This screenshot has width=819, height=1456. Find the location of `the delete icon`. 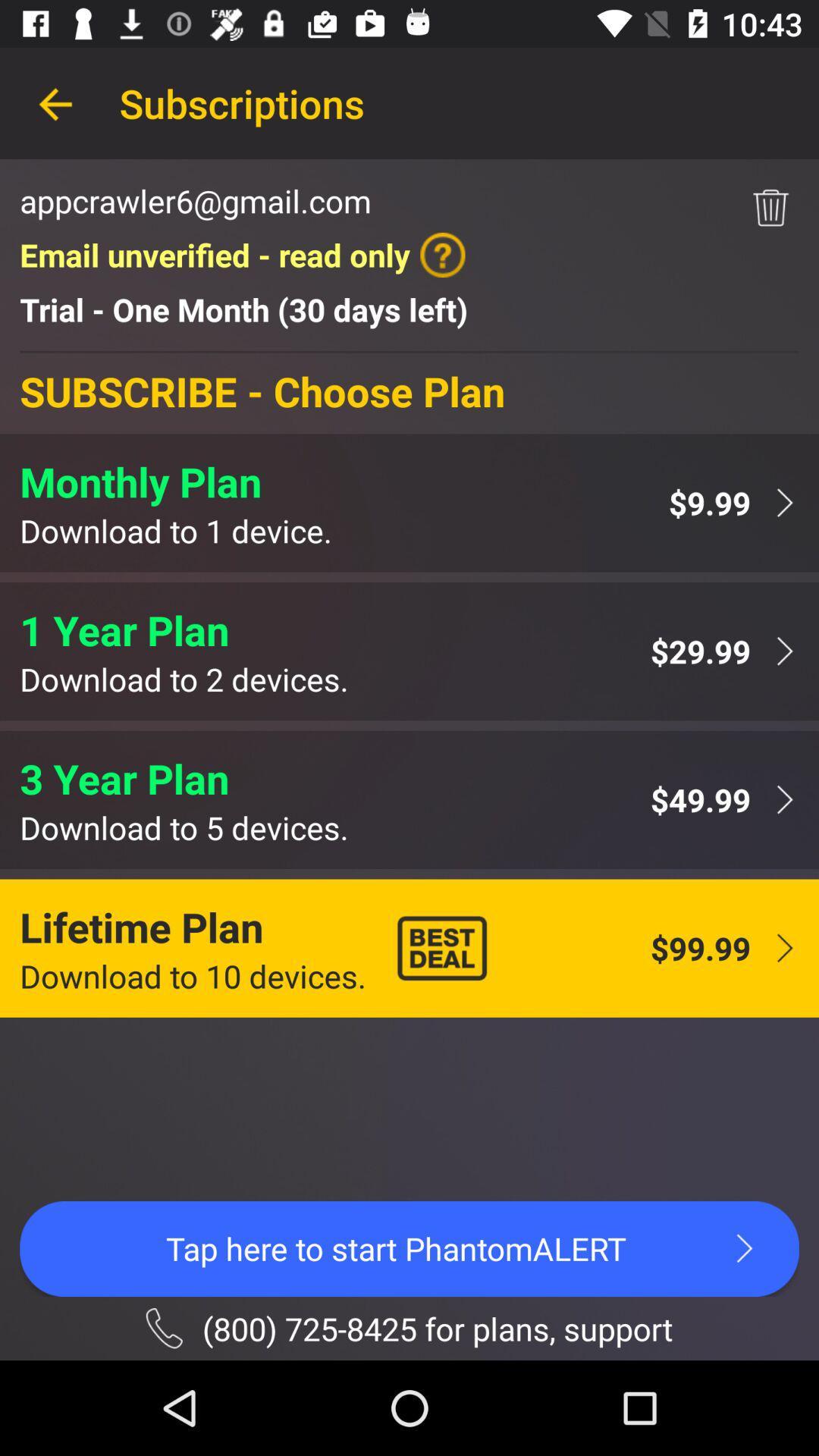

the delete icon is located at coordinates (770, 207).